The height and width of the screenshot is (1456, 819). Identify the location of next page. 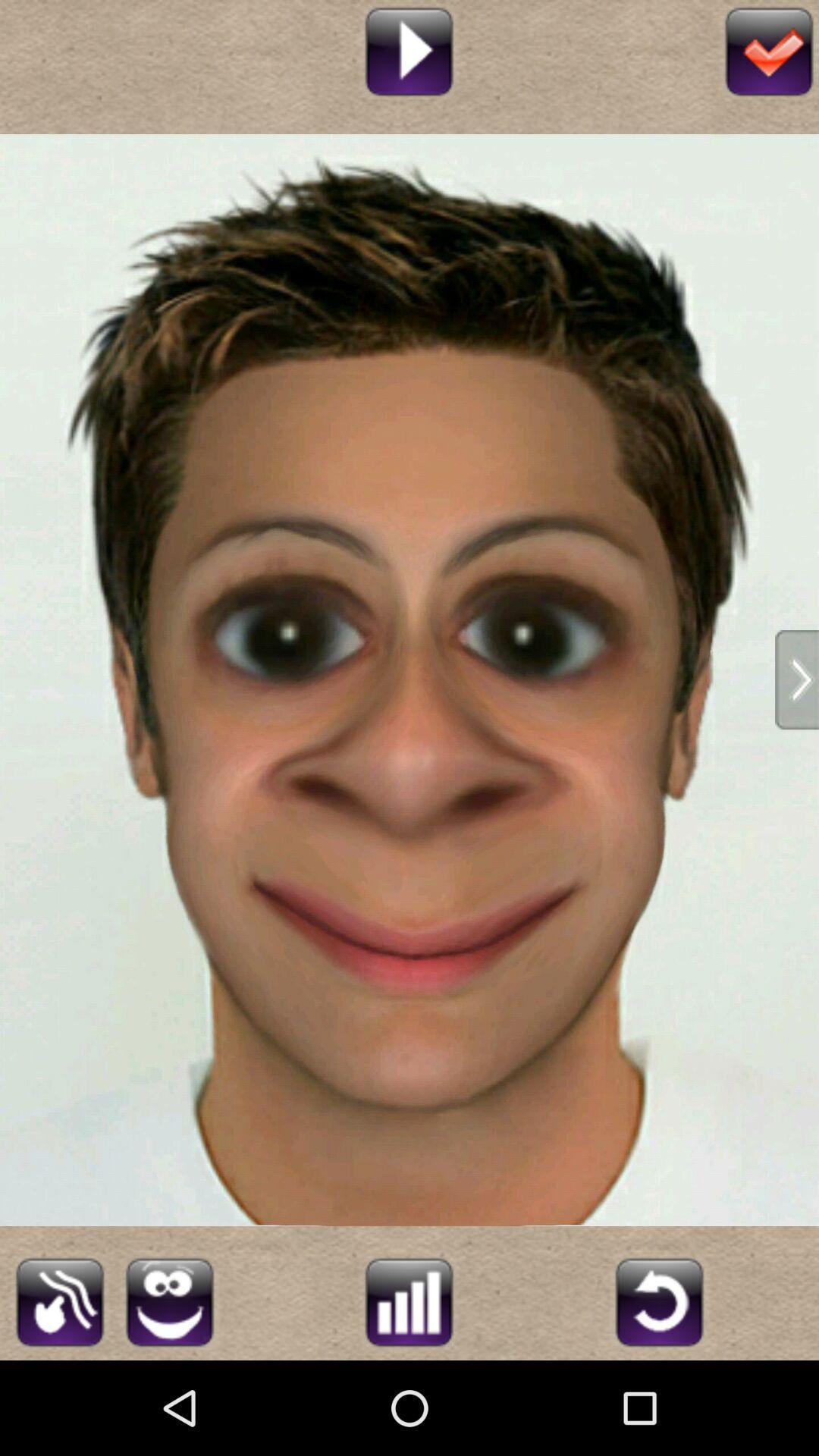
(796, 679).